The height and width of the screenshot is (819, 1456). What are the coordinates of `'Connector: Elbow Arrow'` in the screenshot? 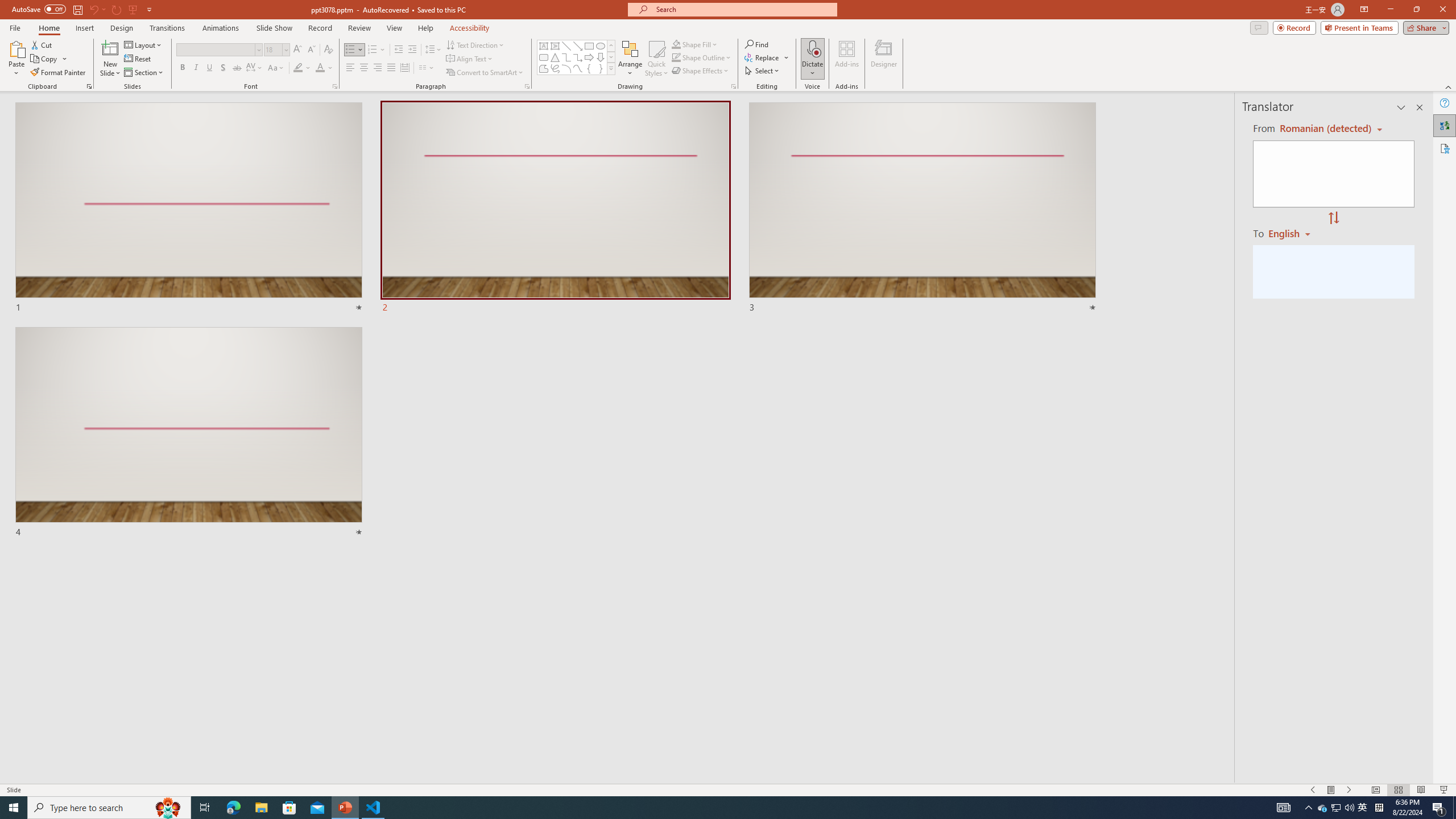 It's located at (577, 56).